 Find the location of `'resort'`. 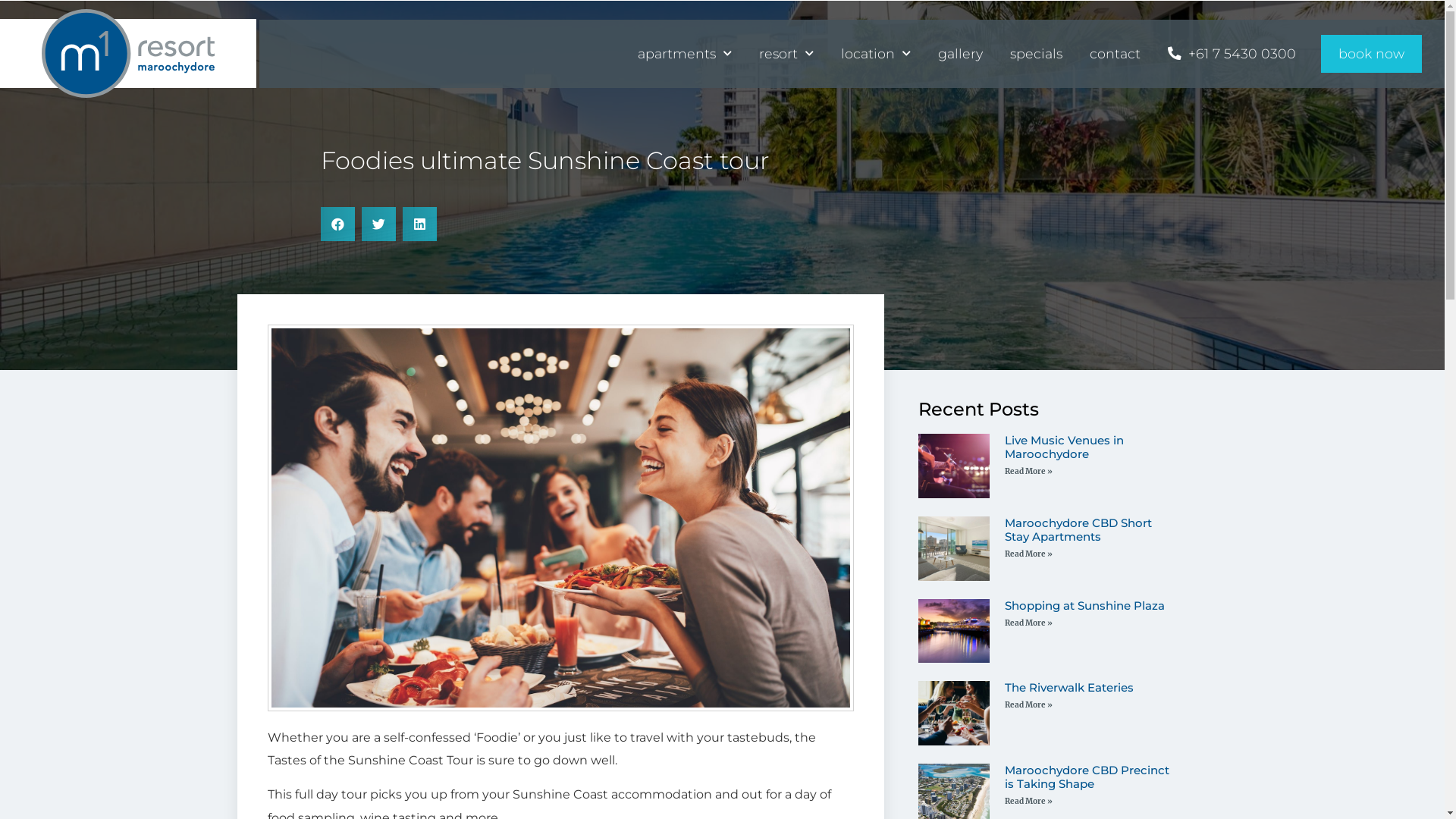

'resort' is located at coordinates (786, 52).